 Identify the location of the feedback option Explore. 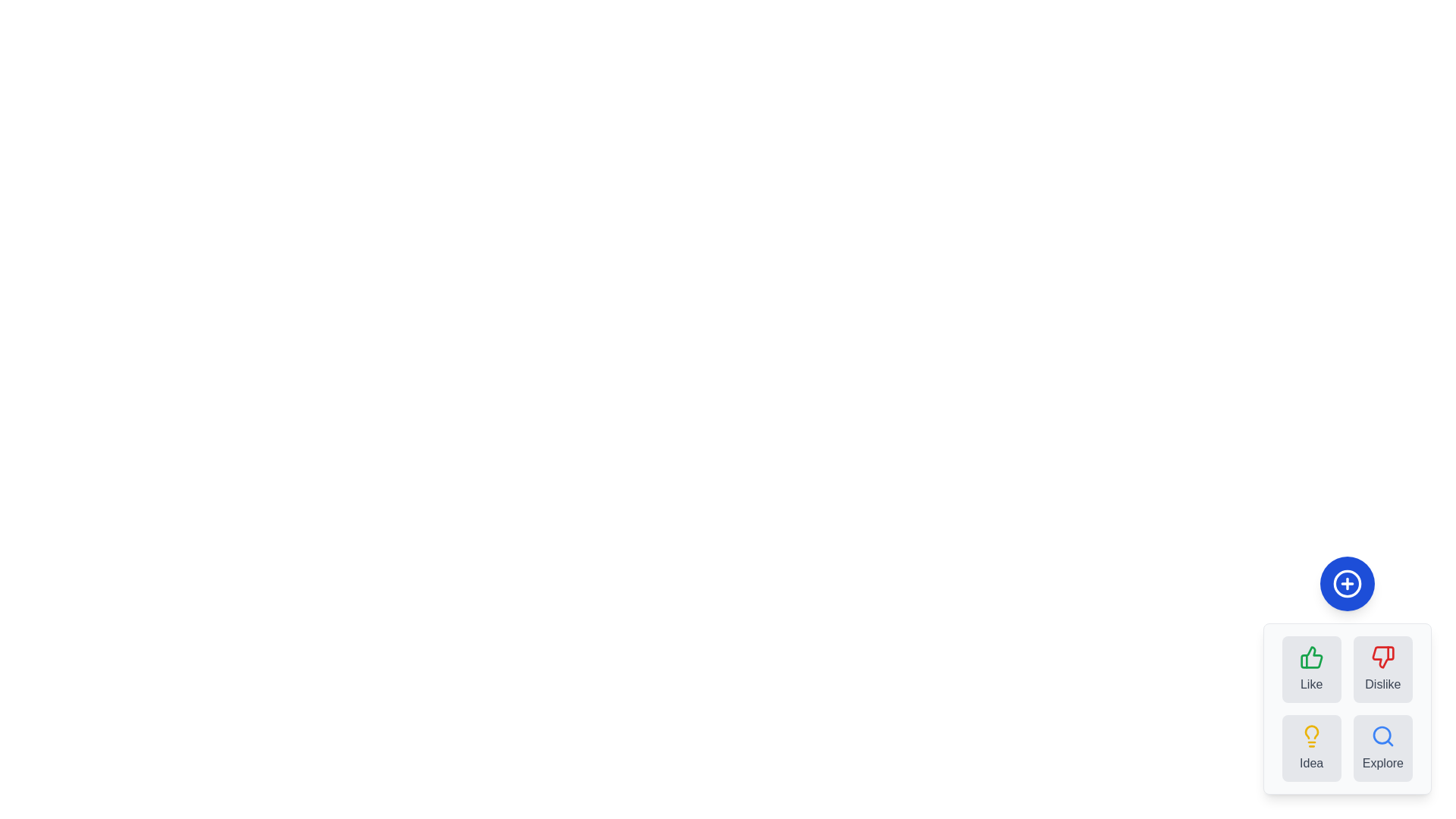
(1382, 748).